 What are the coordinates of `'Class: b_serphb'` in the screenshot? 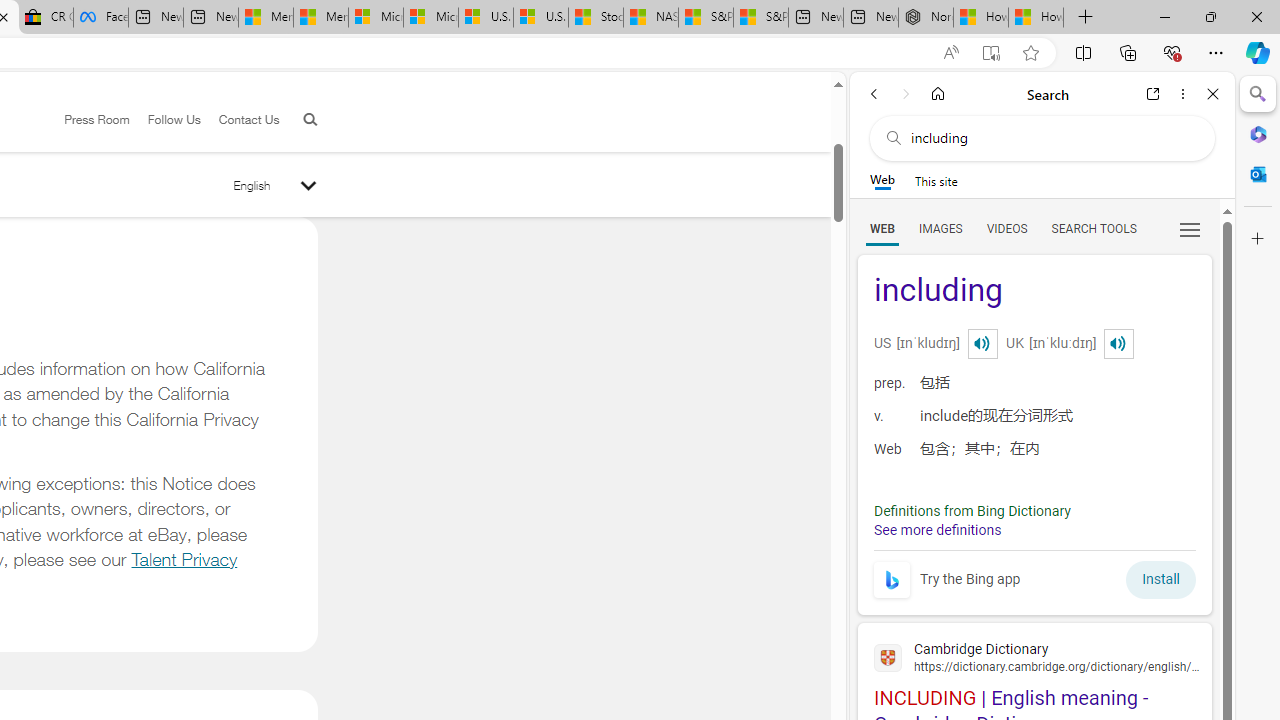 It's located at (1190, 229).